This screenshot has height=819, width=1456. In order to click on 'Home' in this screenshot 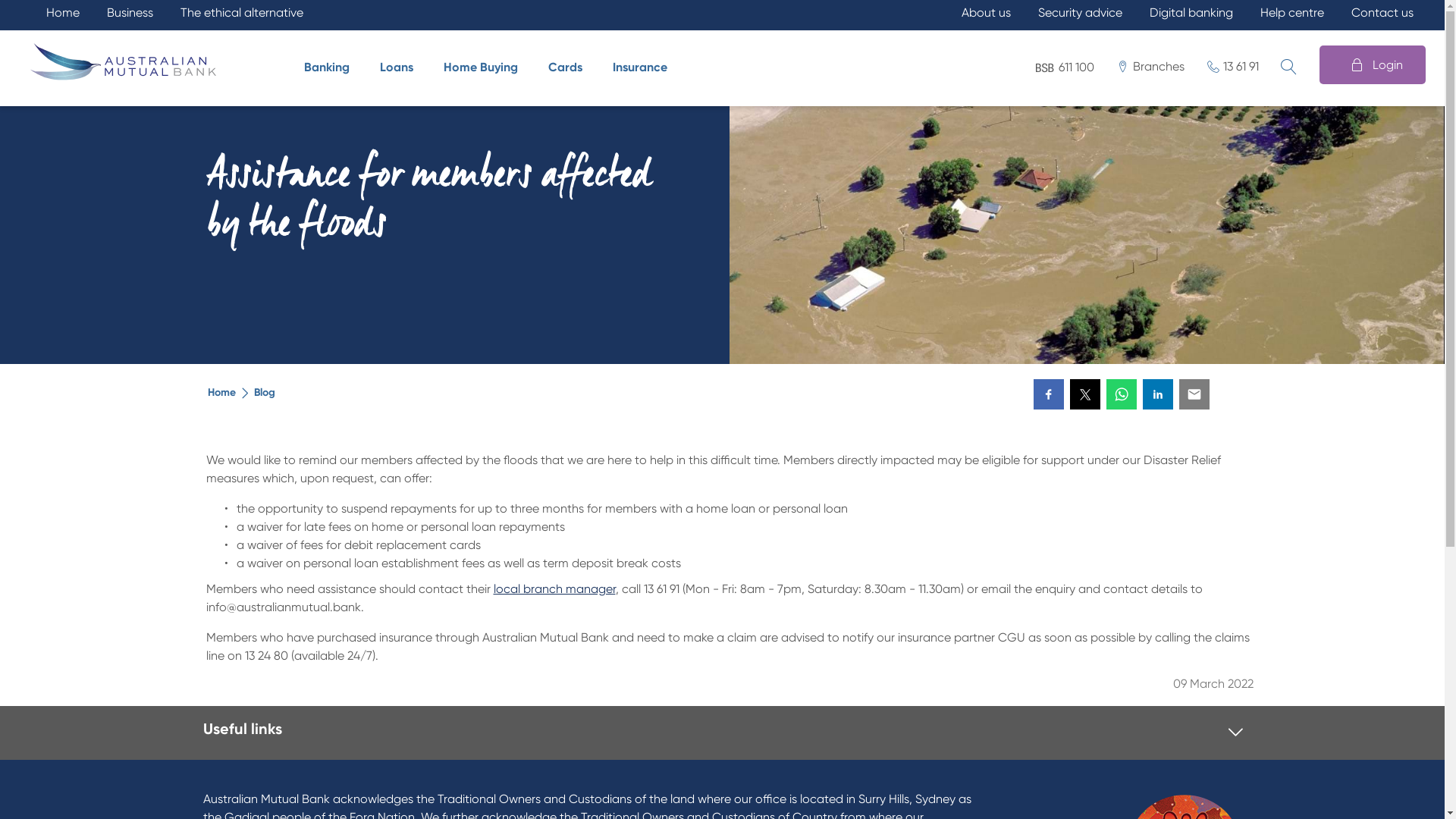, I will do `click(206, 391)`.